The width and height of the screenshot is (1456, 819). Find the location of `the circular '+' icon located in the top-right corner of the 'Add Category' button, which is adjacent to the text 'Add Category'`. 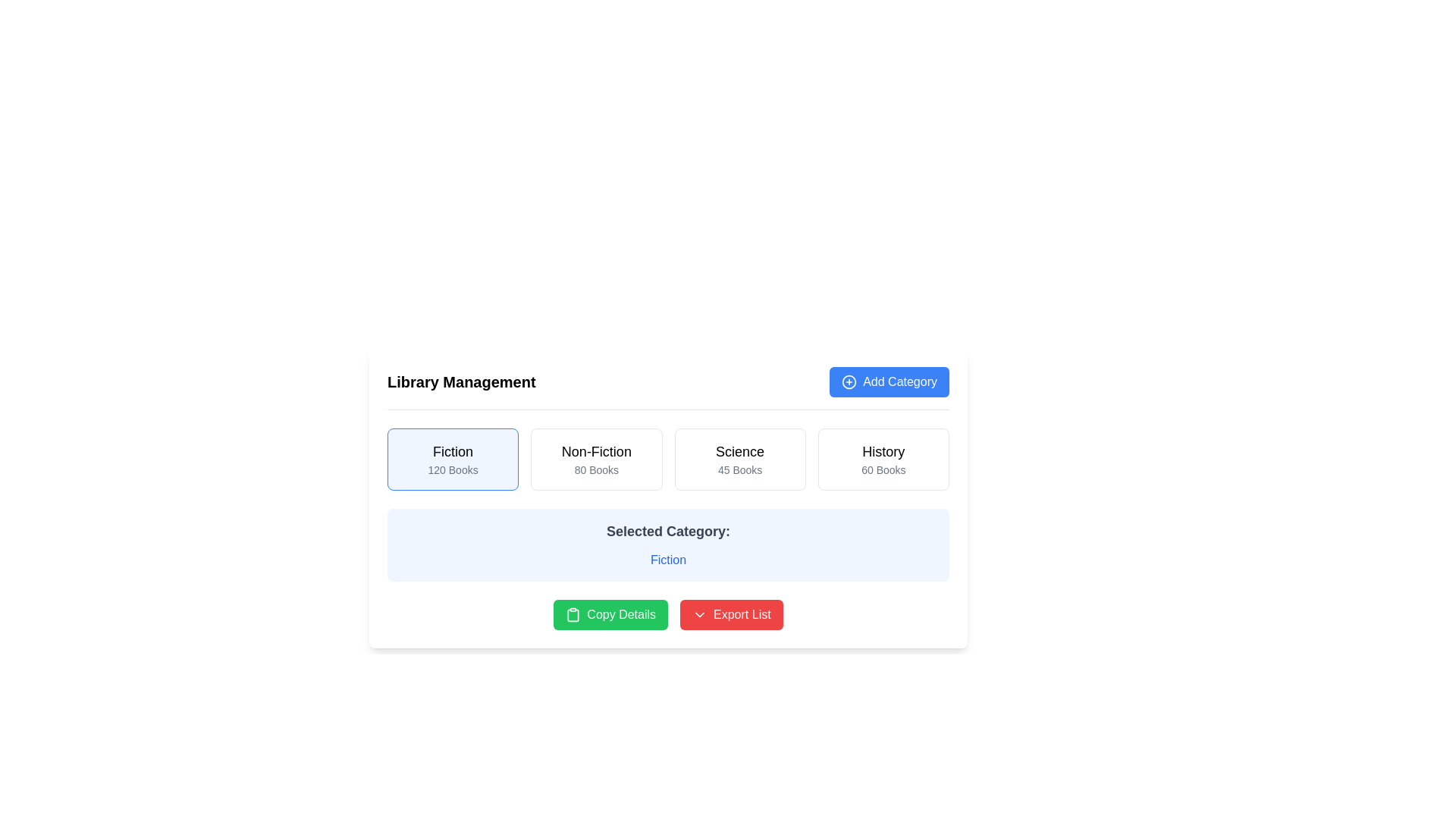

the circular '+' icon located in the top-right corner of the 'Add Category' button, which is adjacent to the text 'Add Category' is located at coordinates (849, 381).